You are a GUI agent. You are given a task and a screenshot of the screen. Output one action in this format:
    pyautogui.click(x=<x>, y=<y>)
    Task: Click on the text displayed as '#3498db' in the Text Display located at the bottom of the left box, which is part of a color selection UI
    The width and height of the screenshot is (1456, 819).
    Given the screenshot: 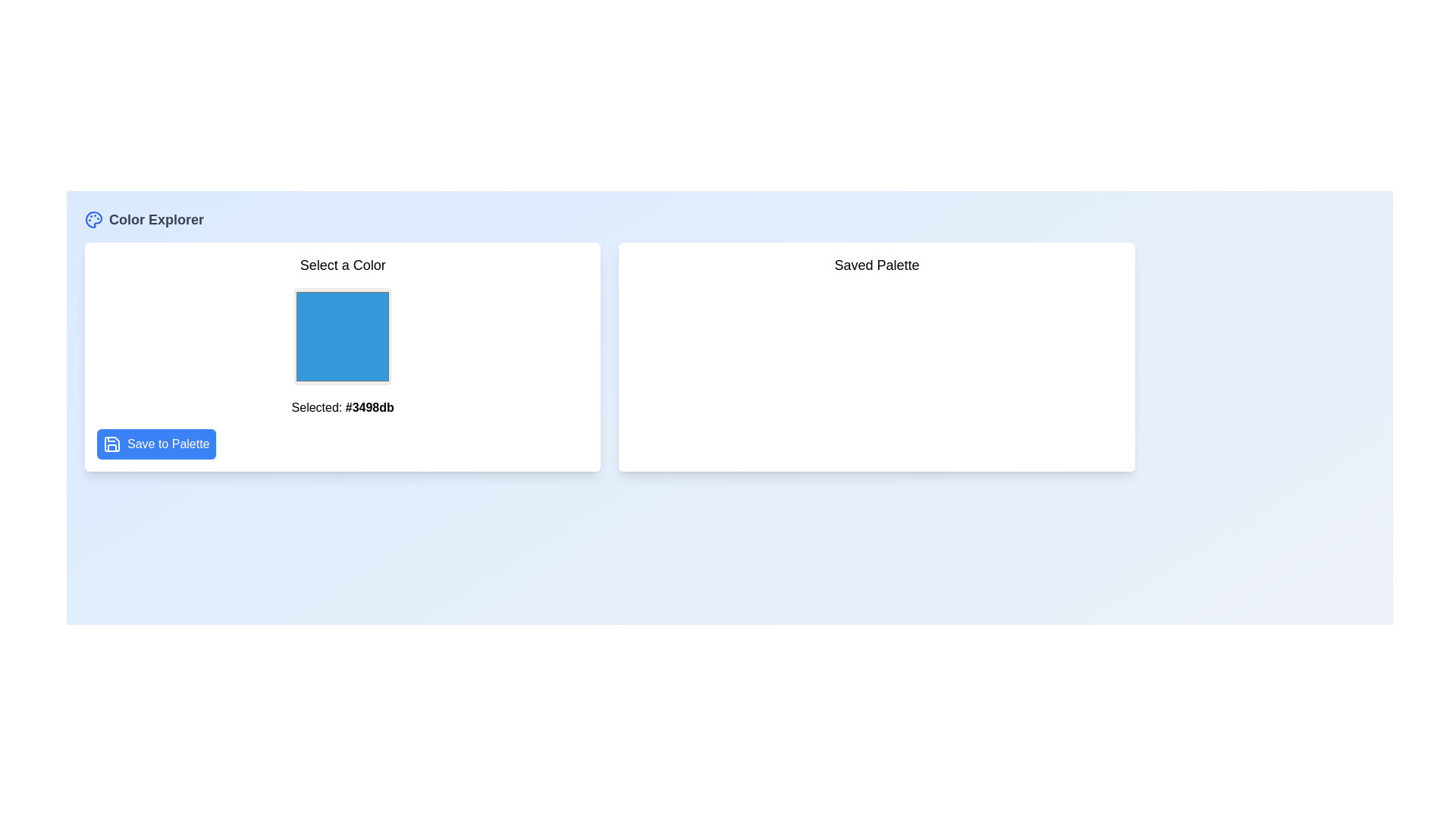 What is the action you would take?
    pyautogui.click(x=369, y=406)
    